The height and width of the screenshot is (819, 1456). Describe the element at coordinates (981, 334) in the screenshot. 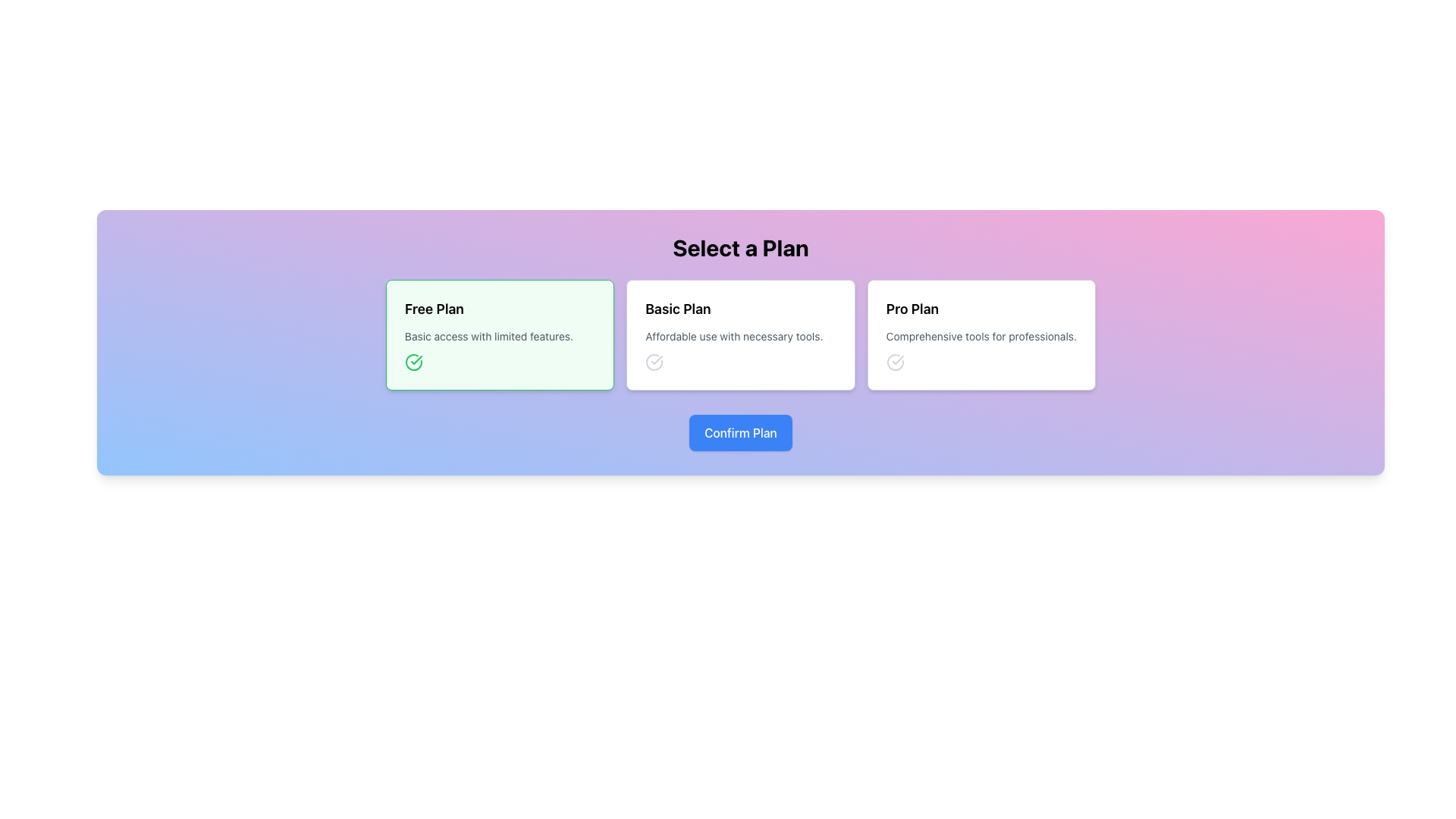

I see `the 'Pro Plan' card, which is a rectangular card with bold text and a detailed description, positioned at the rightmost side of a group of three cards` at that location.